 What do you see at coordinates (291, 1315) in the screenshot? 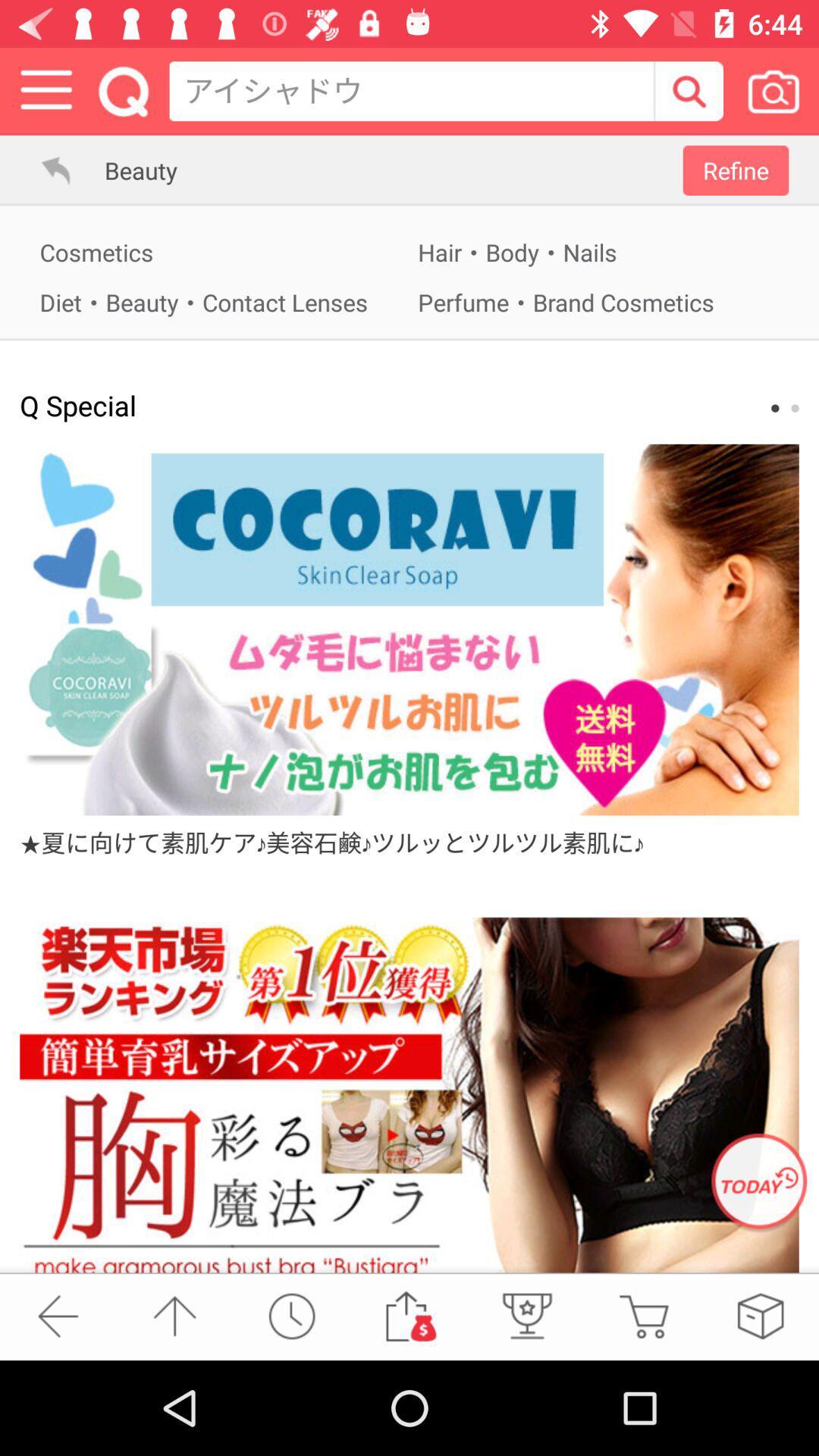
I see `outoplay button reloade` at bounding box center [291, 1315].